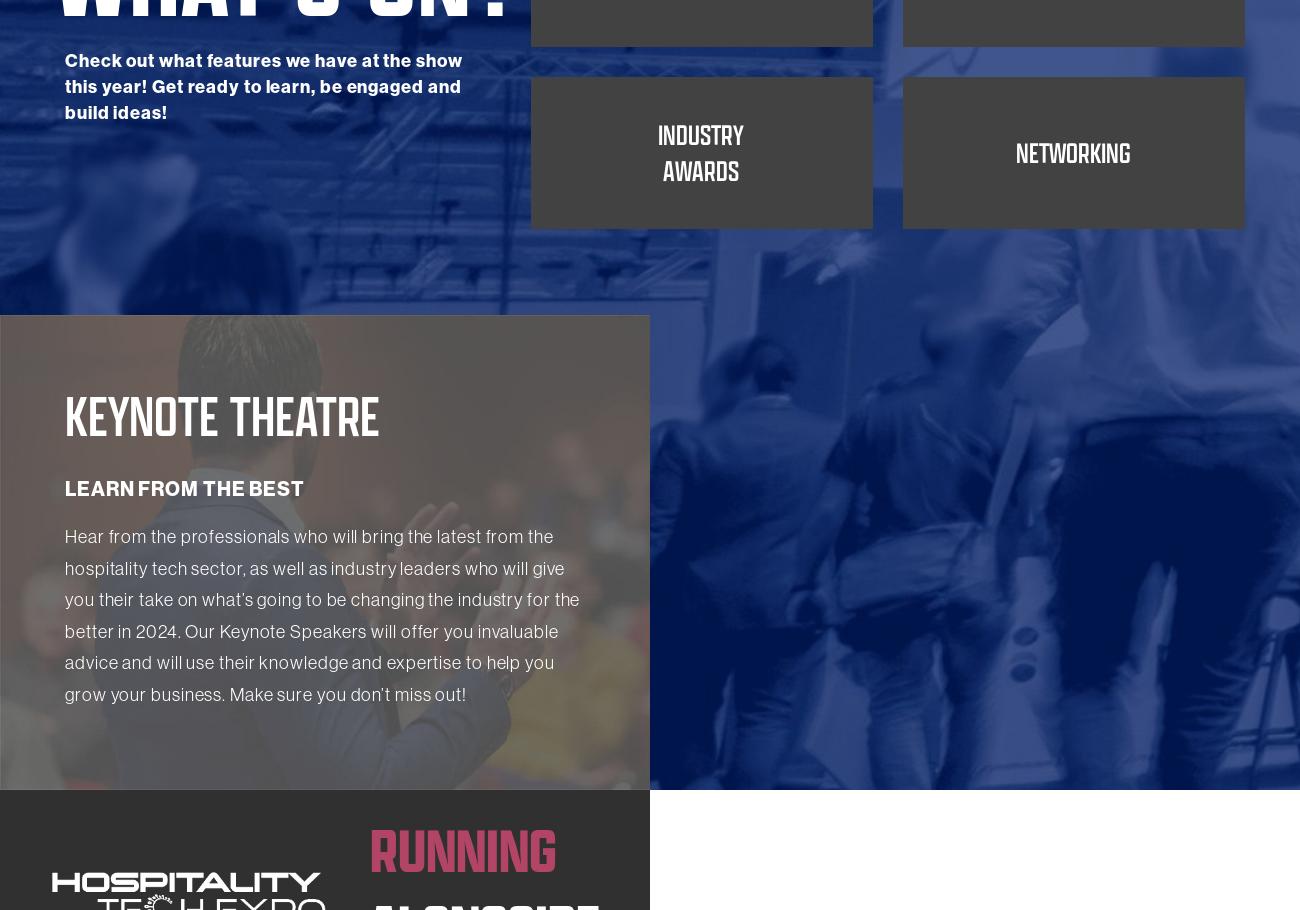 This screenshot has height=910, width=1300. Describe the element at coordinates (221, 544) in the screenshot. I see `'Keynote Theatre'` at that location.